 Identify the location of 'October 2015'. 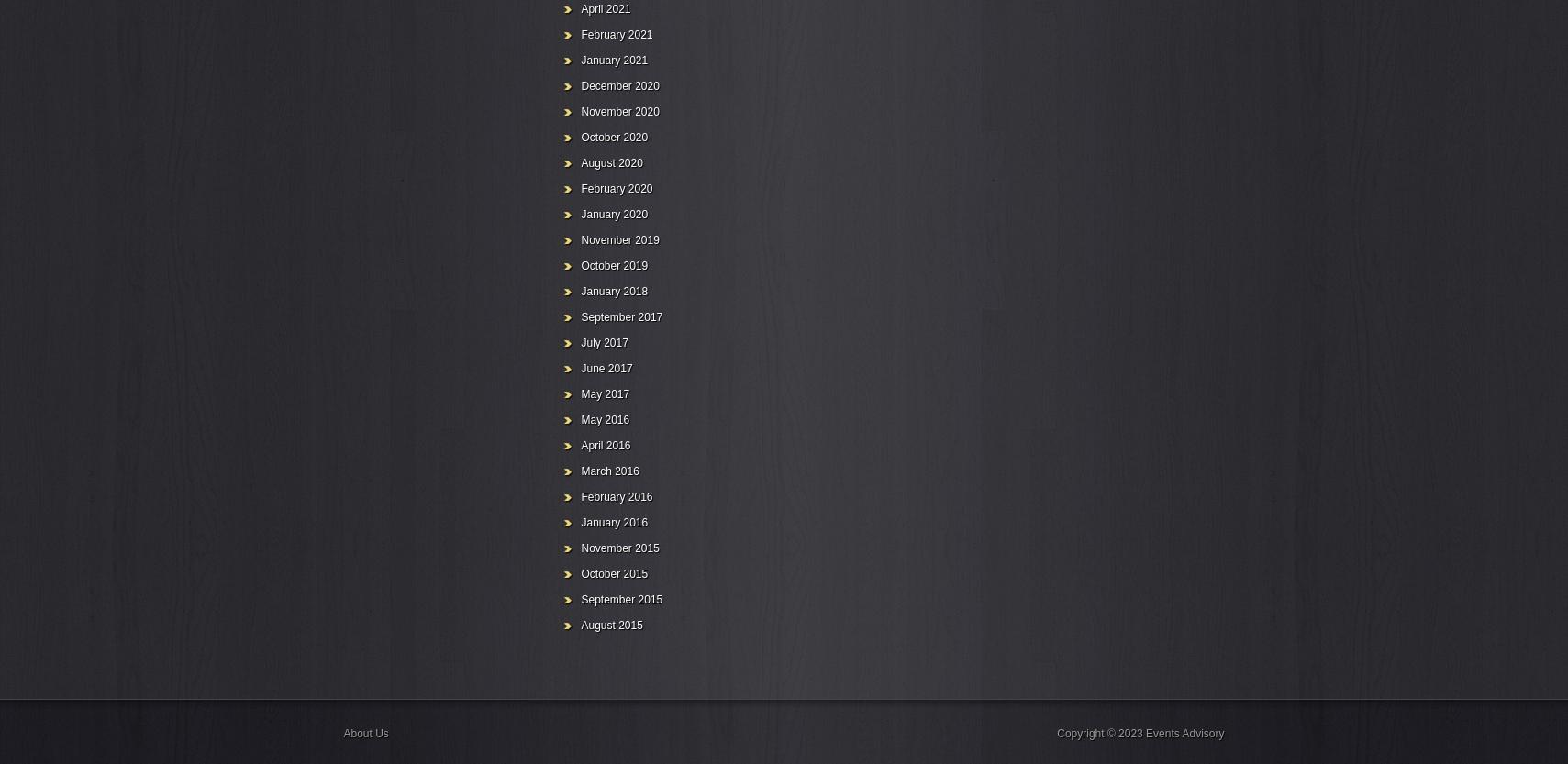
(613, 573).